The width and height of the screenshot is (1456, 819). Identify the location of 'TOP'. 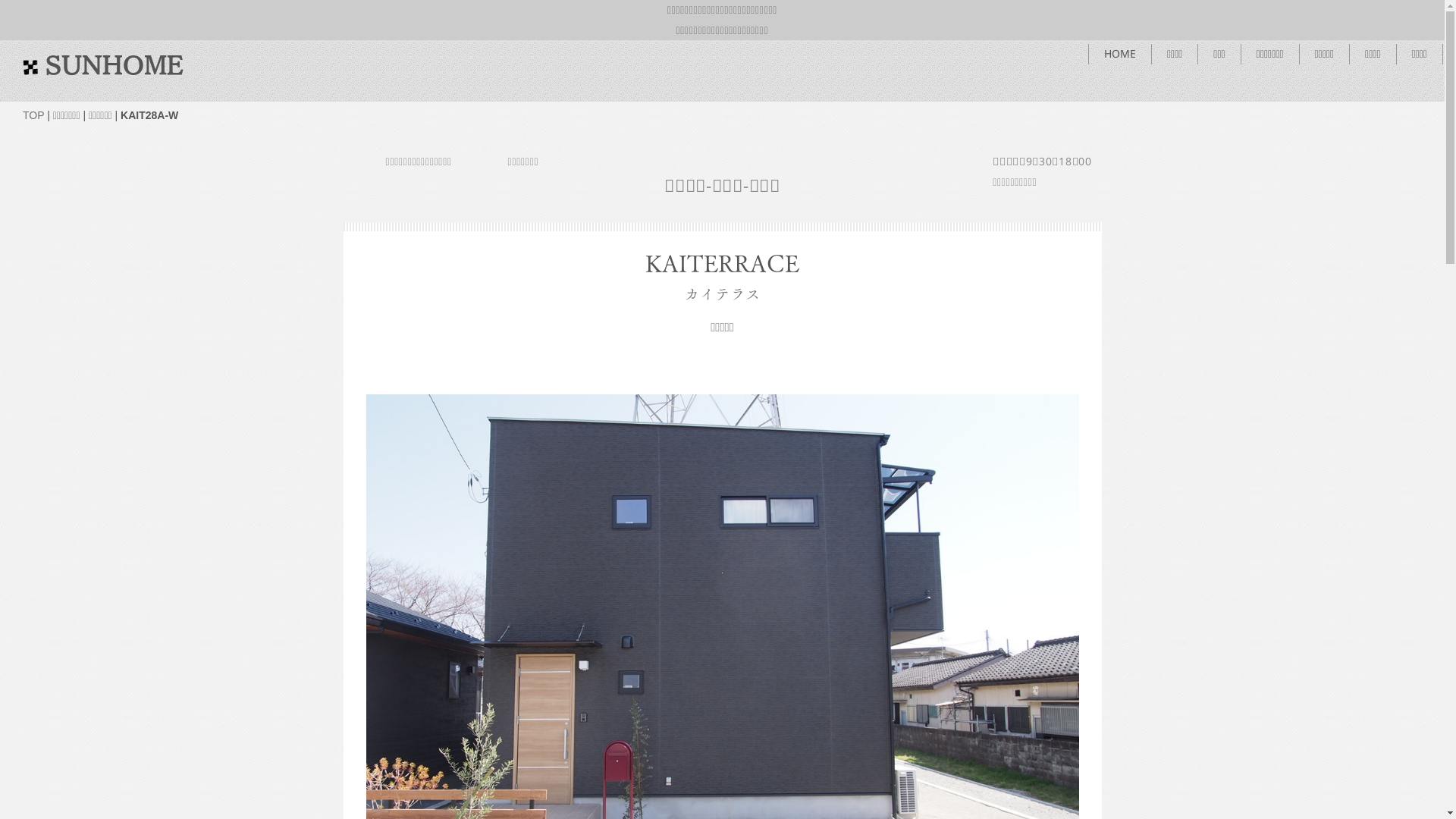
(33, 114).